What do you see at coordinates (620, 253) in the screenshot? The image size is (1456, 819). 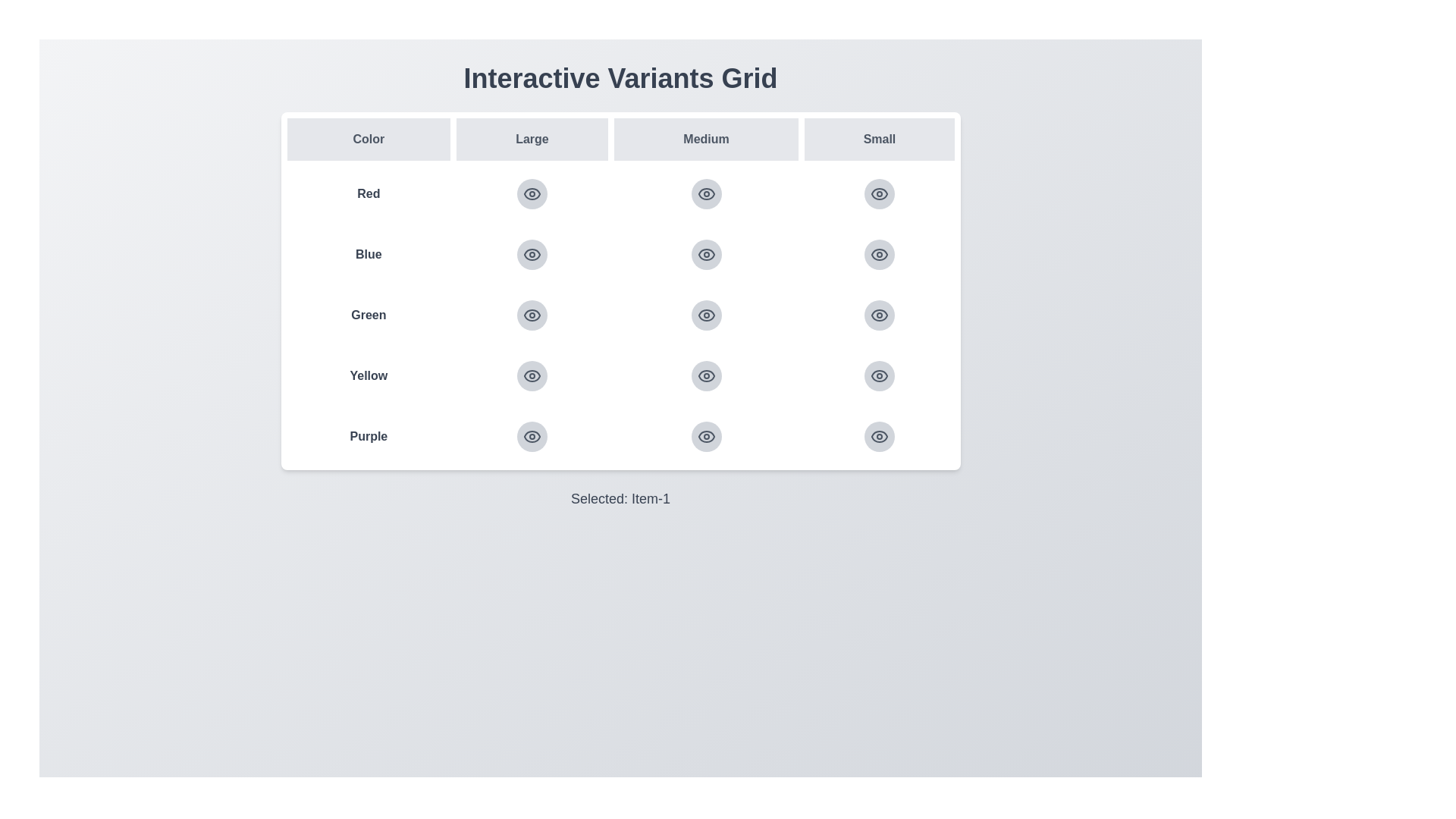 I see `the options in the second row of the table labeled 'Blue', which is located between the 'Red' and 'Green' rows` at bounding box center [620, 253].